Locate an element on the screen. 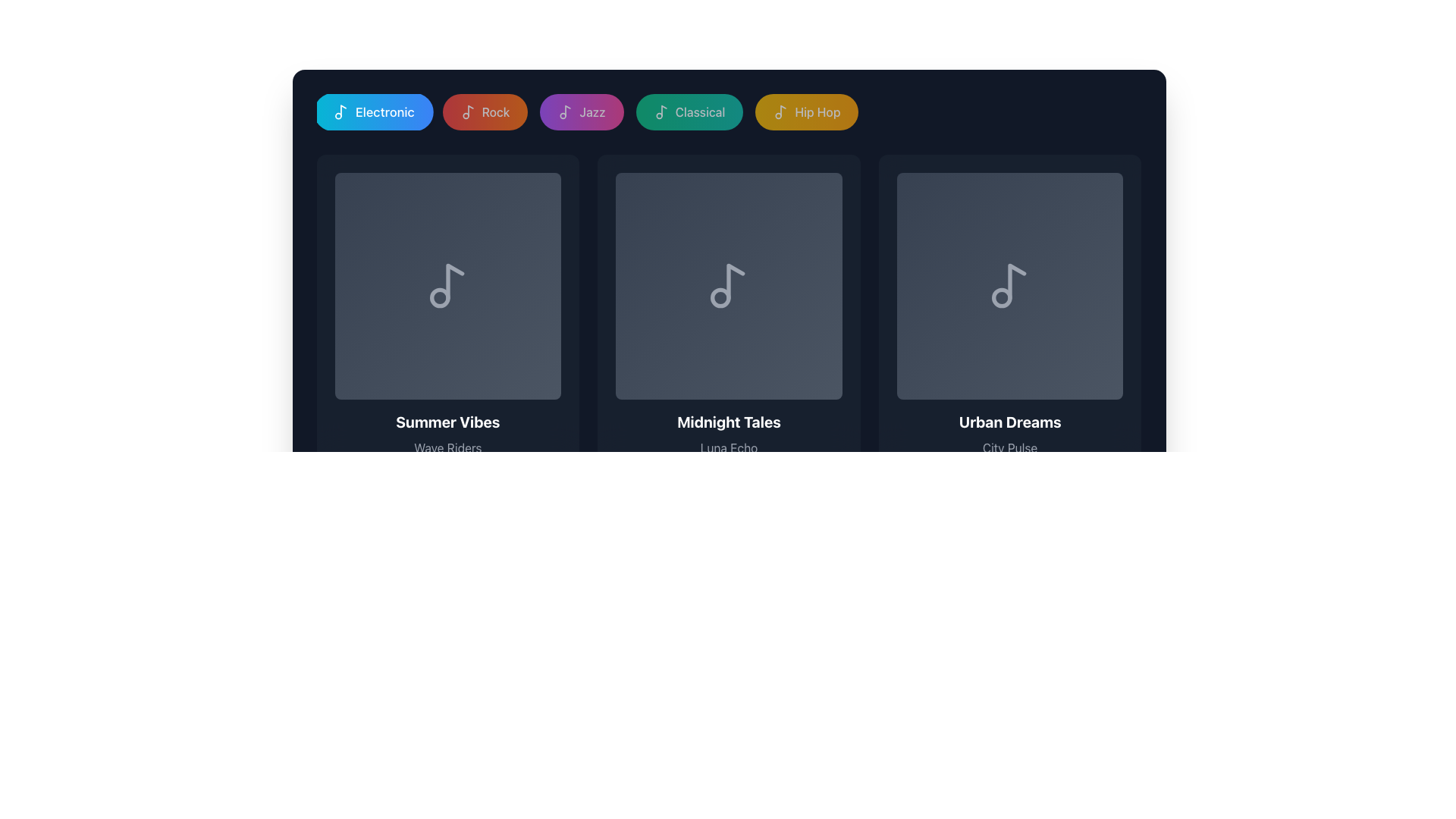 This screenshot has height=819, width=1456. the 'City Pulse' text label, which is styled in gray and positioned below the 'Urban Dreams' title, to check for any tooltip appearance is located at coordinates (1010, 447).